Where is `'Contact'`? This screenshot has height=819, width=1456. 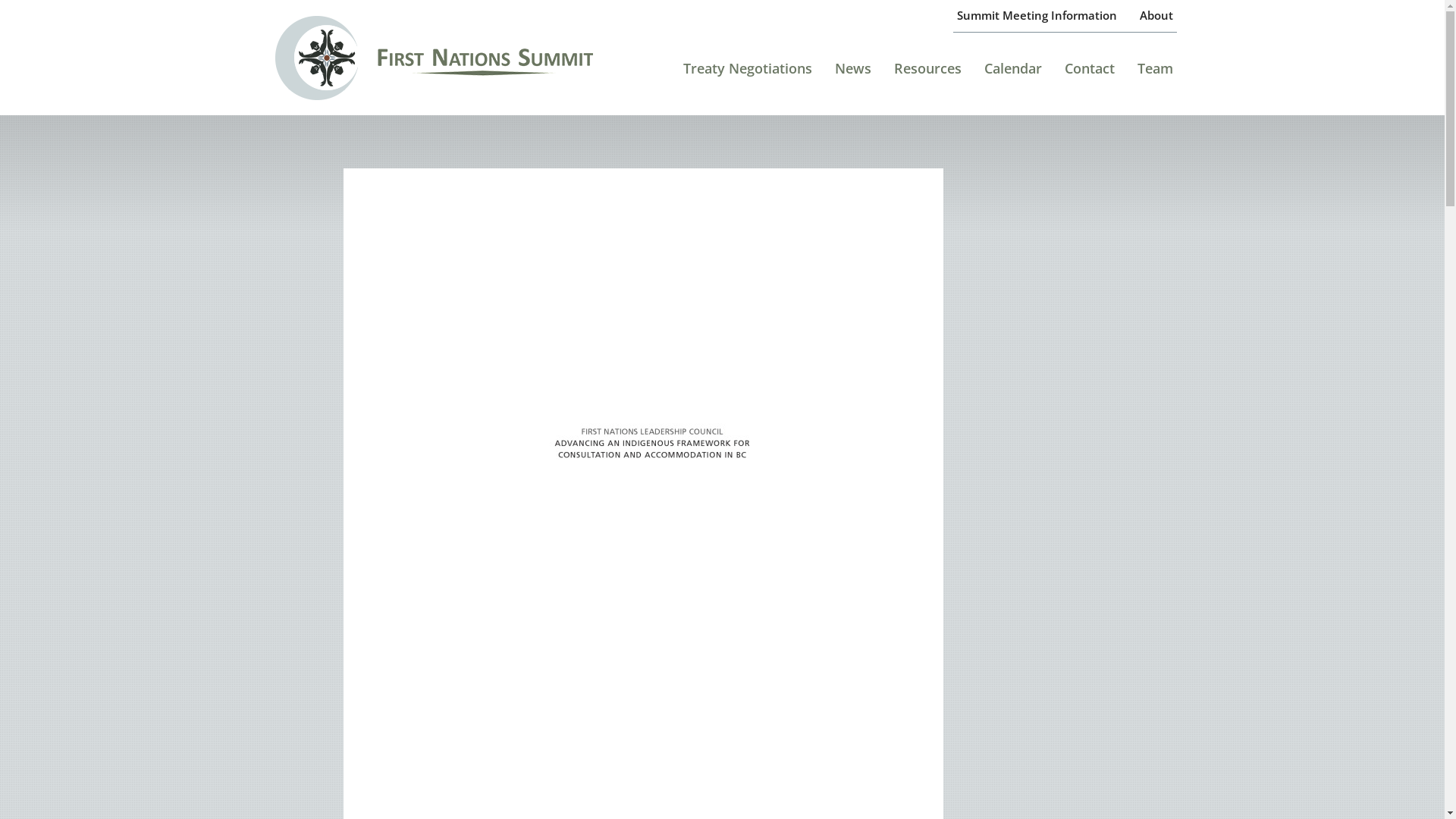 'Contact' is located at coordinates (1088, 74).